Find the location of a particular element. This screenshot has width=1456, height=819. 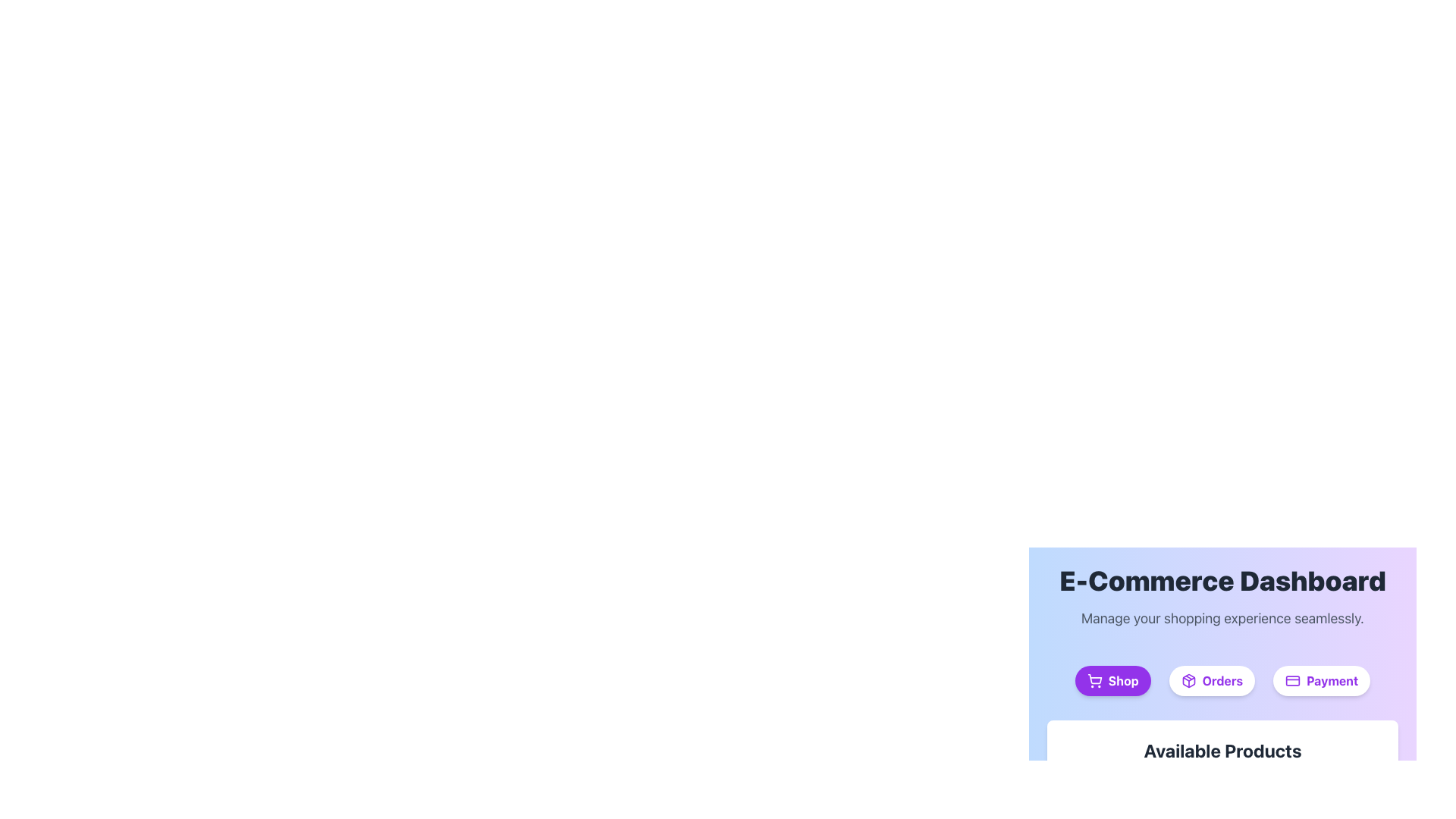

the small rectangle with rounded corners that is part of the credit card icon located at the bottom-right part of the main interface is located at coordinates (1291, 680).